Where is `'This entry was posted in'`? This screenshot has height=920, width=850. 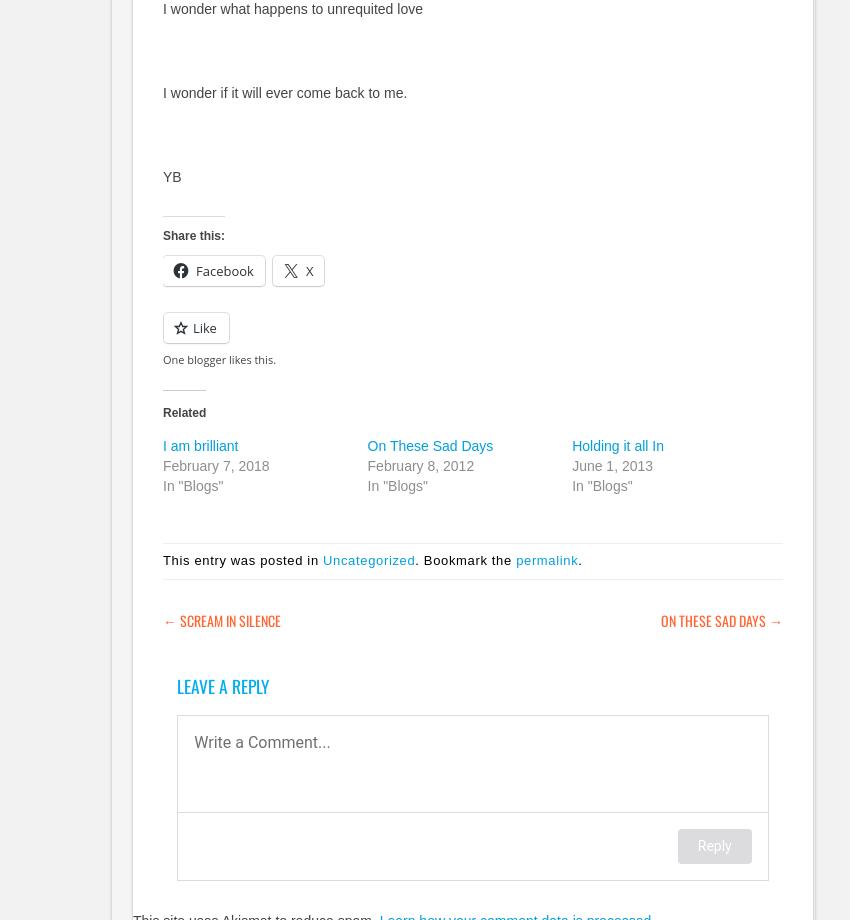 'This entry was posted in' is located at coordinates (243, 560).